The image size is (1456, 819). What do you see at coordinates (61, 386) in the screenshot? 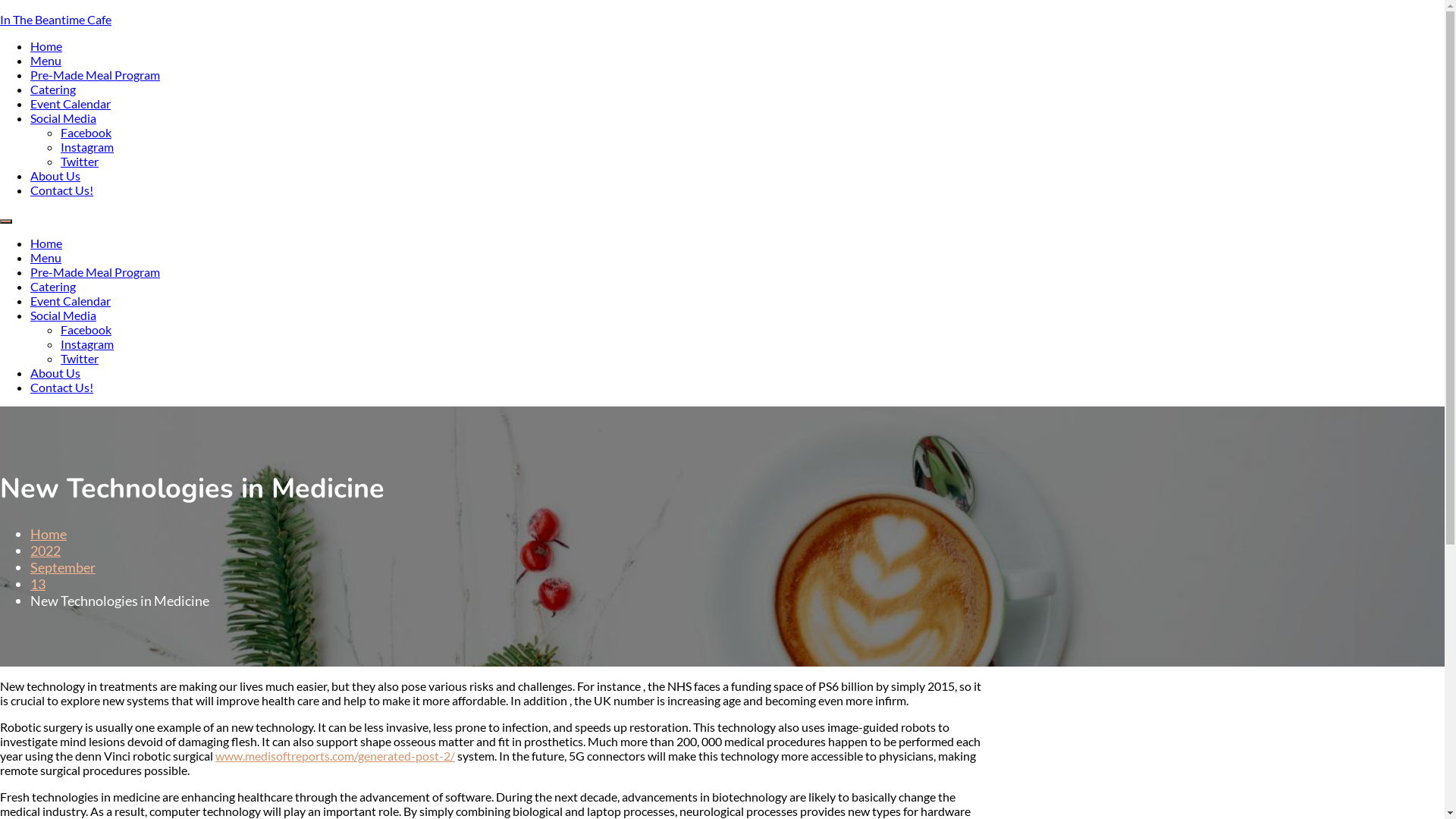
I see `'Contact Us!'` at bounding box center [61, 386].